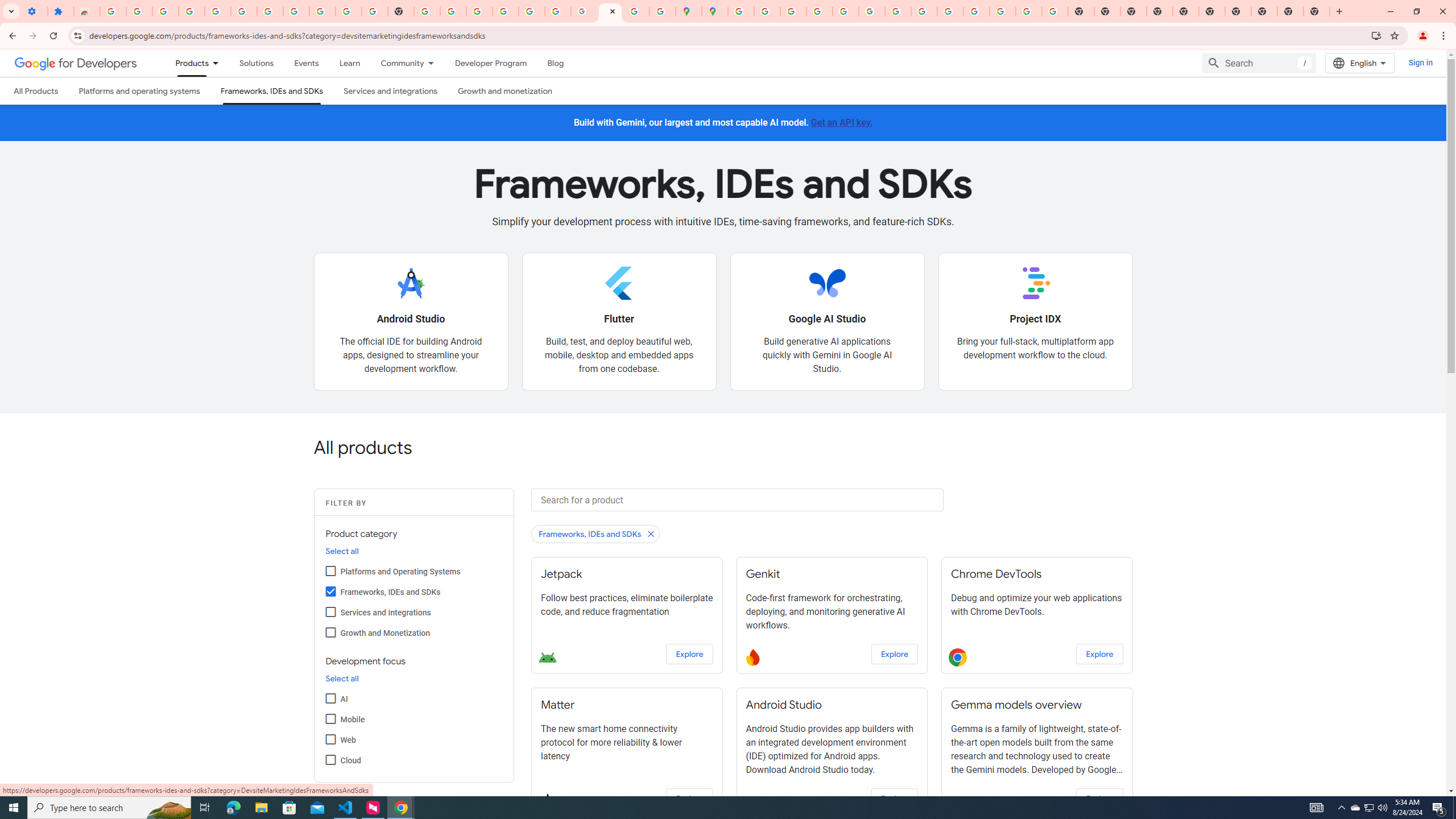 This screenshot has height=819, width=1456. What do you see at coordinates (390, 90) in the screenshot?
I see `'Services and integrations'` at bounding box center [390, 90].